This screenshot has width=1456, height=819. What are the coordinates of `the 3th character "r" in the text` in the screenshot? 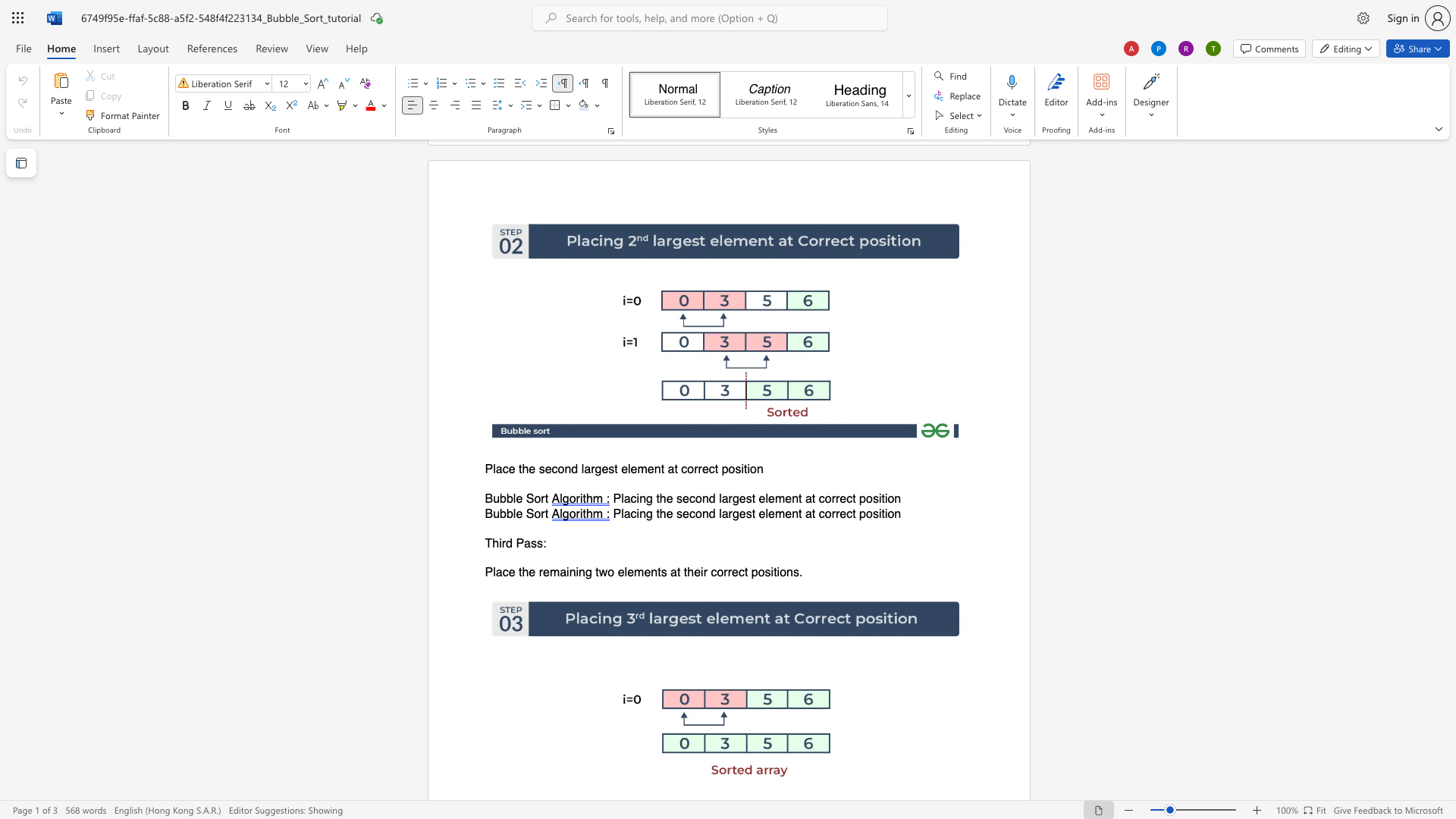 It's located at (724, 573).